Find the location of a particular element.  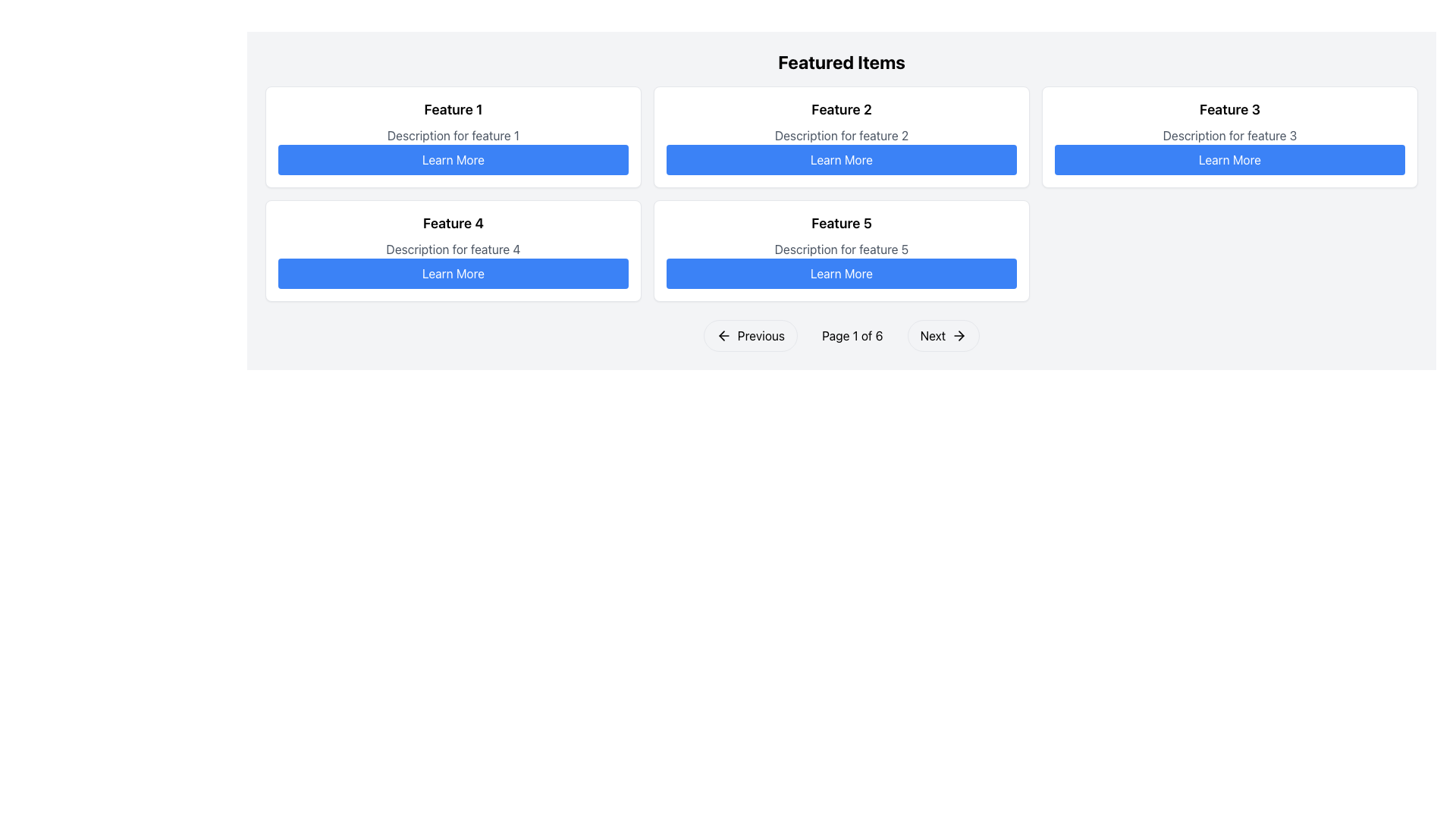

the text label 'Feature 4' is located at coordinates (453, 223).